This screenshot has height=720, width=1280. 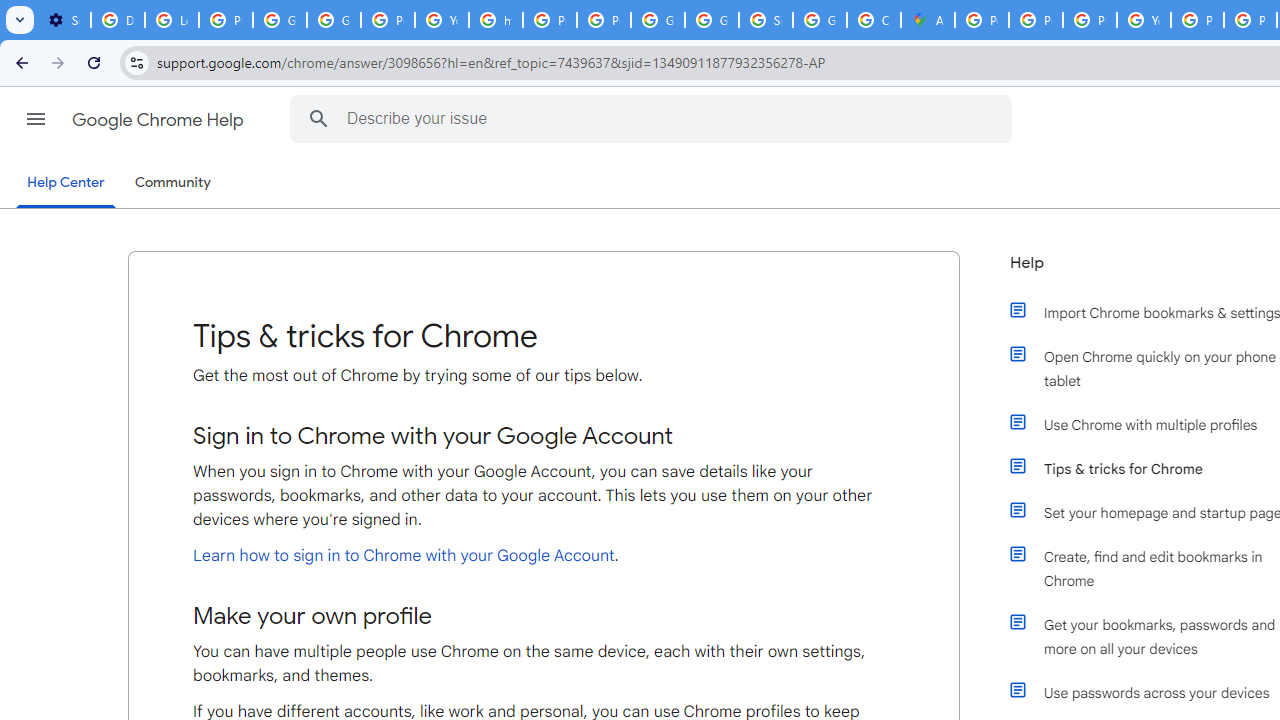 What do you see at coordinates (402, 555) in the screenshot?
I see `'Learn how to sign in to Chrome with your Google Account'` at bounding box center [402, 555].